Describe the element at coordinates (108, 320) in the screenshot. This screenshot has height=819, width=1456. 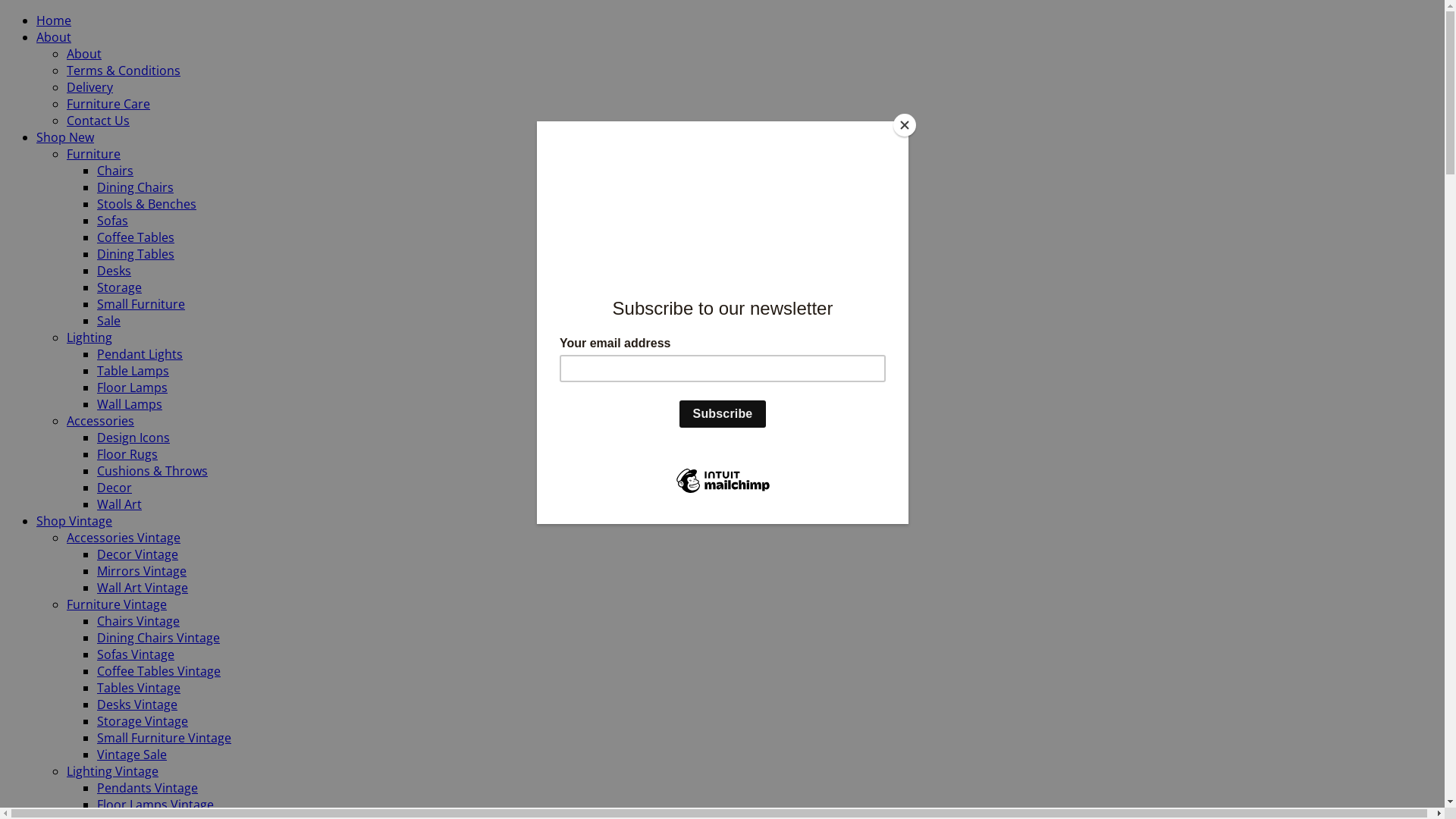
I see `'Sale'` at that location.